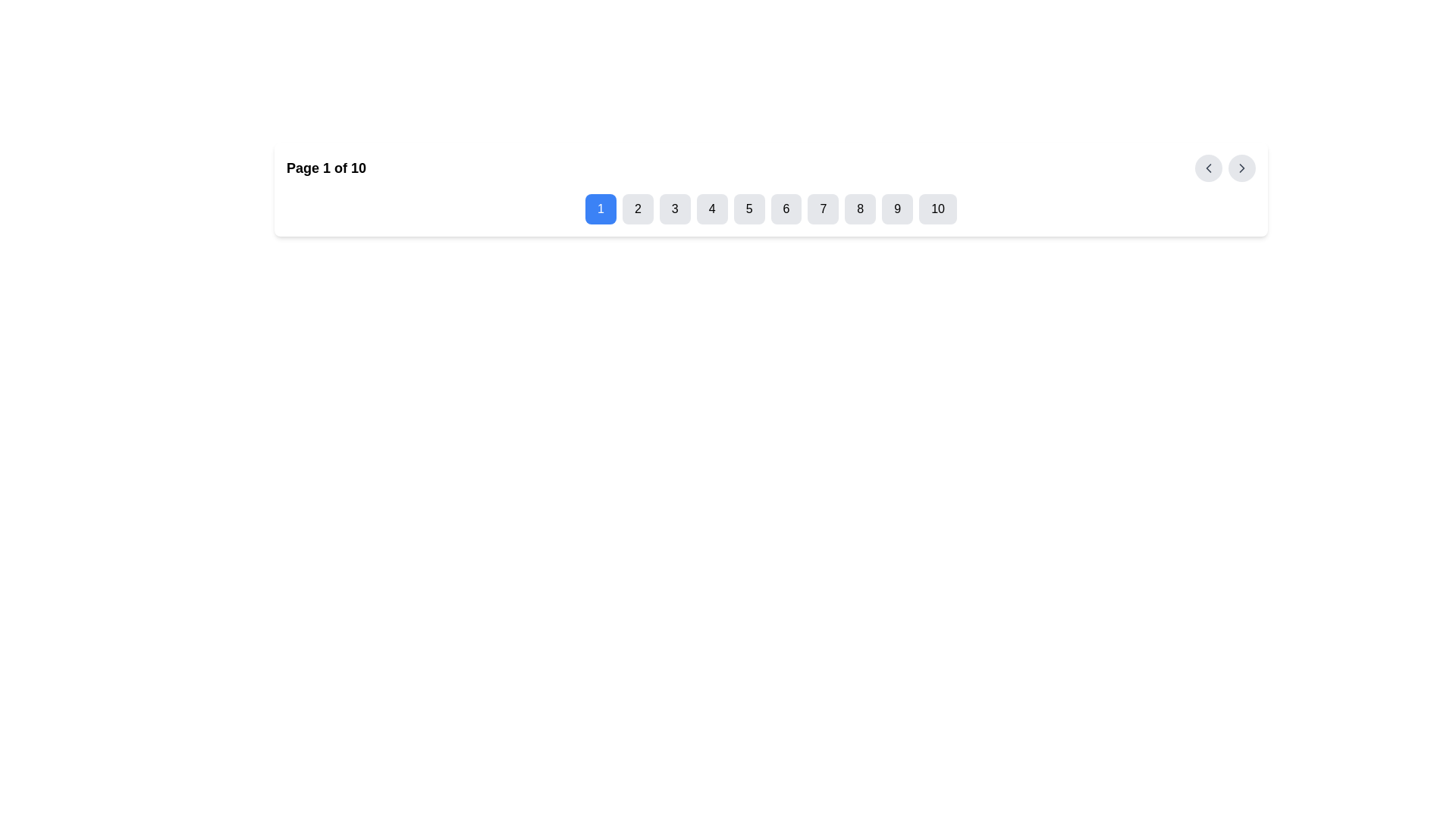  Describe the element at coordinates (822, 209) in the screenshot. I see `the button labeled '7', which is a rectangular button with a light gray background containing the number '7' in black text` at that location.